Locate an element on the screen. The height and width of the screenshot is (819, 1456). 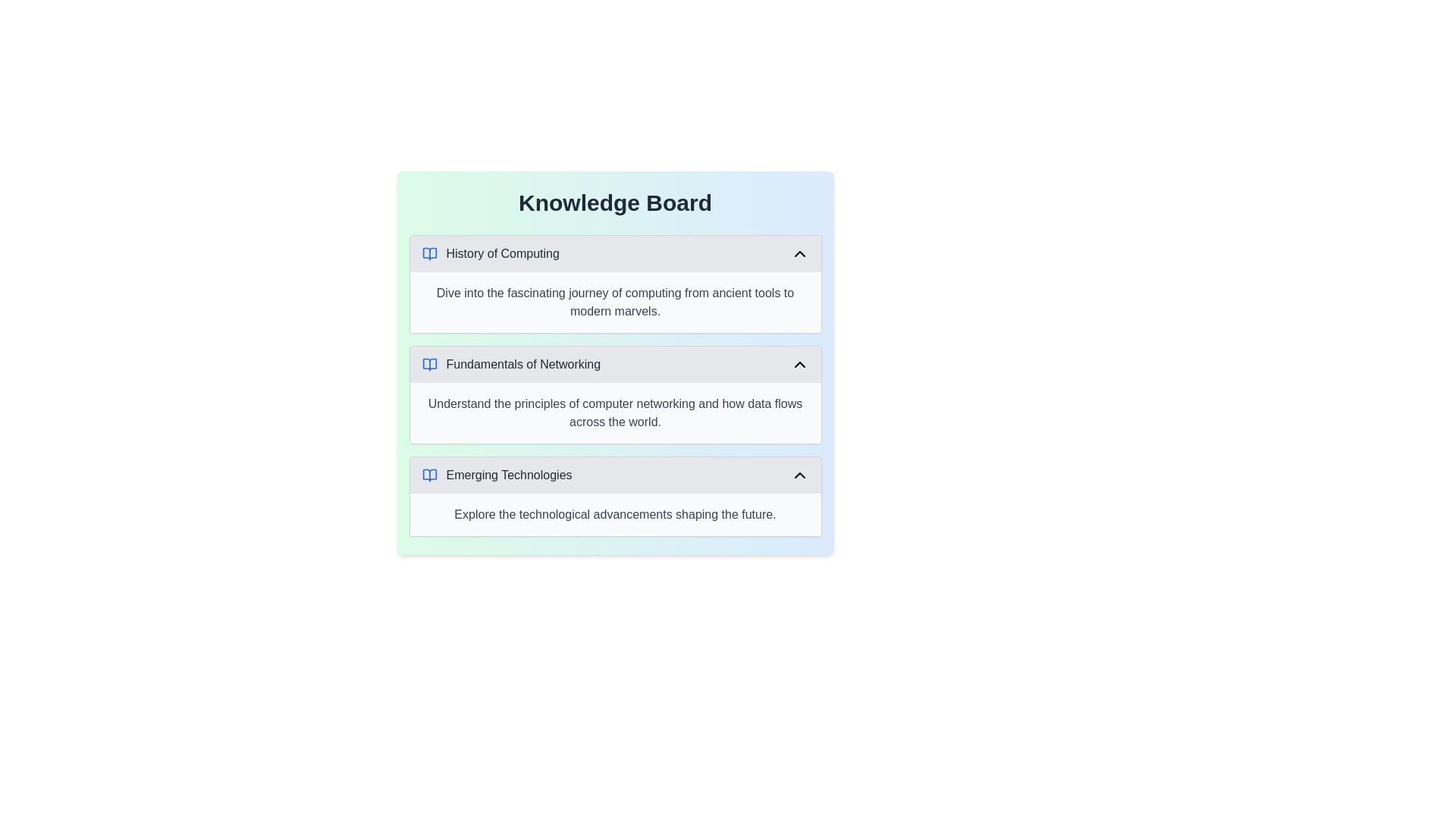
the text label that serves as the title for a collapsible section in the Knowledge Board is located at coordinates (502, 253).